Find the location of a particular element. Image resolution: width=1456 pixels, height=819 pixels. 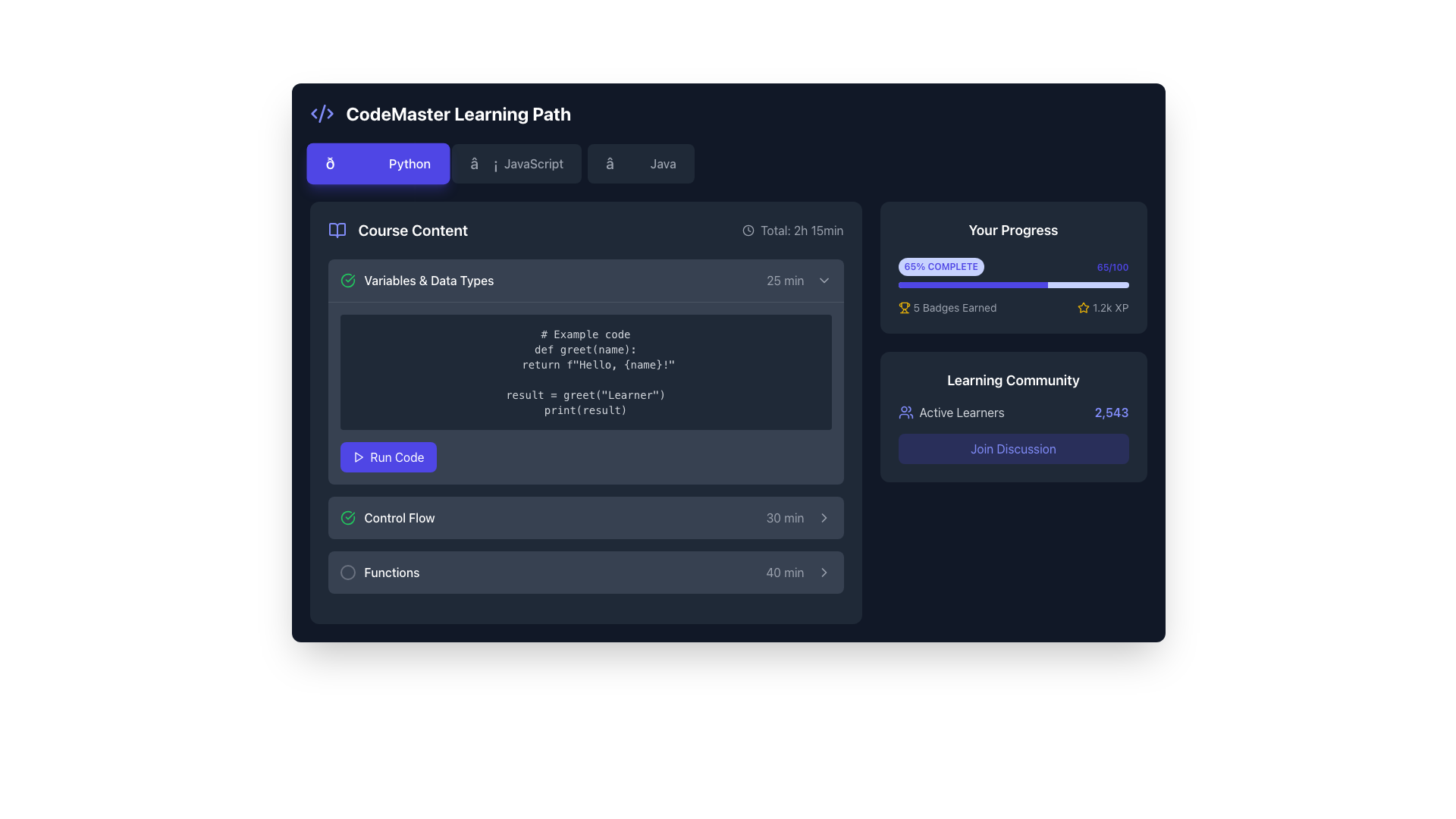

the text label within the navigation button that indicates the JavaScript-related section is located at coordinates (534, 164).